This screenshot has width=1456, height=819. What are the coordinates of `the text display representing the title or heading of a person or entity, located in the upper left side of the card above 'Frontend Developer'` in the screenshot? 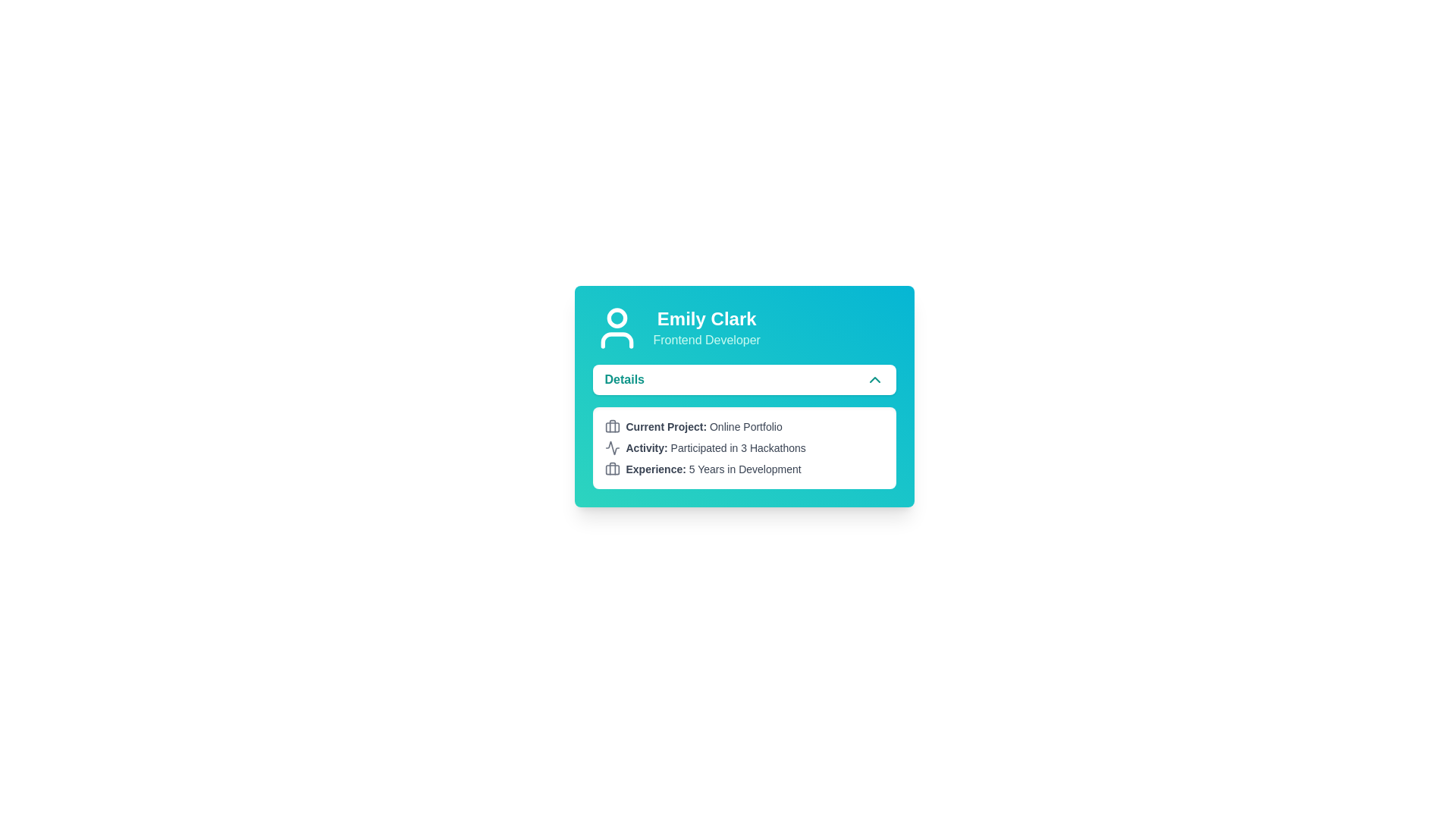 It's located at (706, 318).